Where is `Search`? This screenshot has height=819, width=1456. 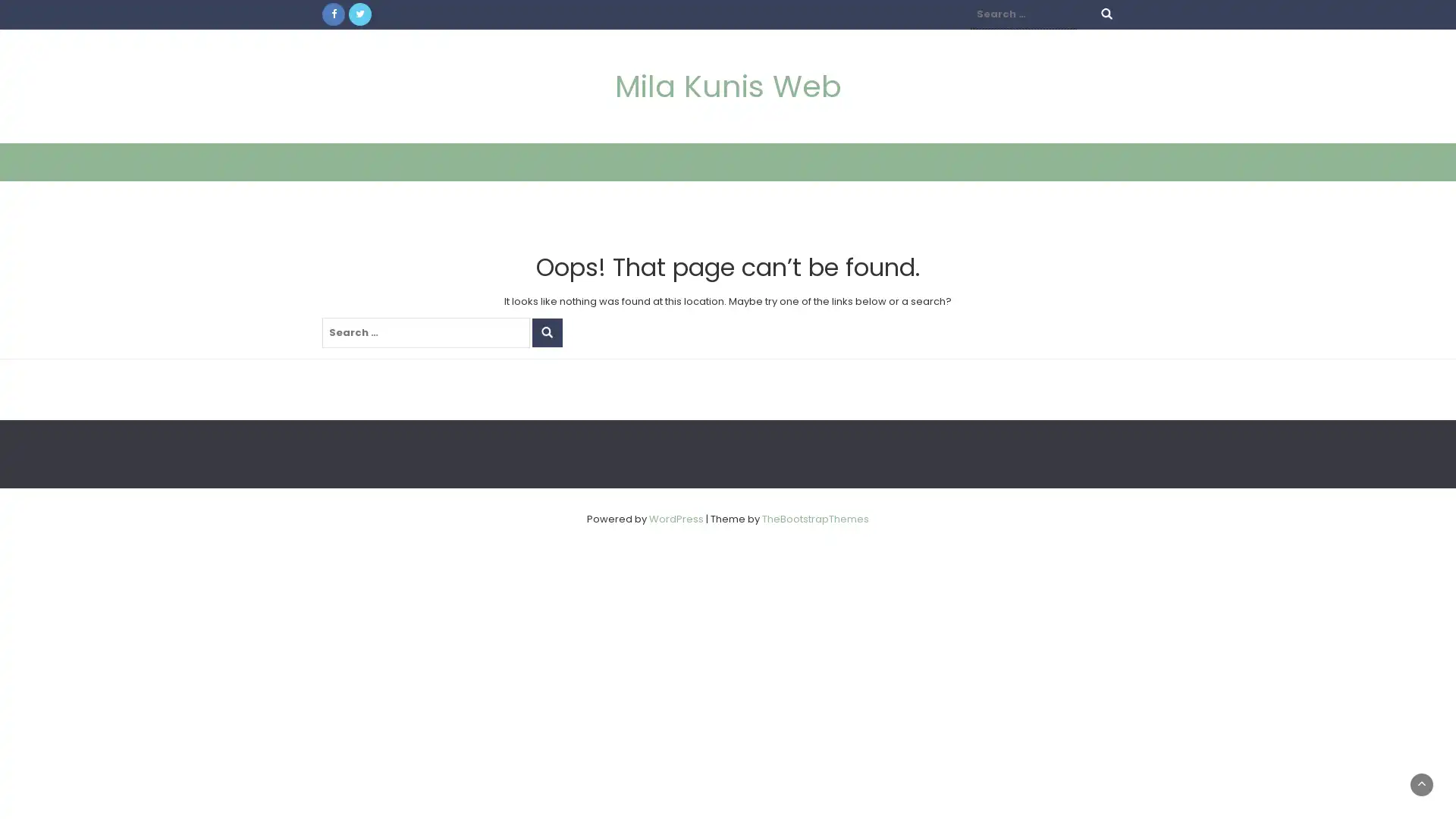 Search is located at coordinates (546, 332).